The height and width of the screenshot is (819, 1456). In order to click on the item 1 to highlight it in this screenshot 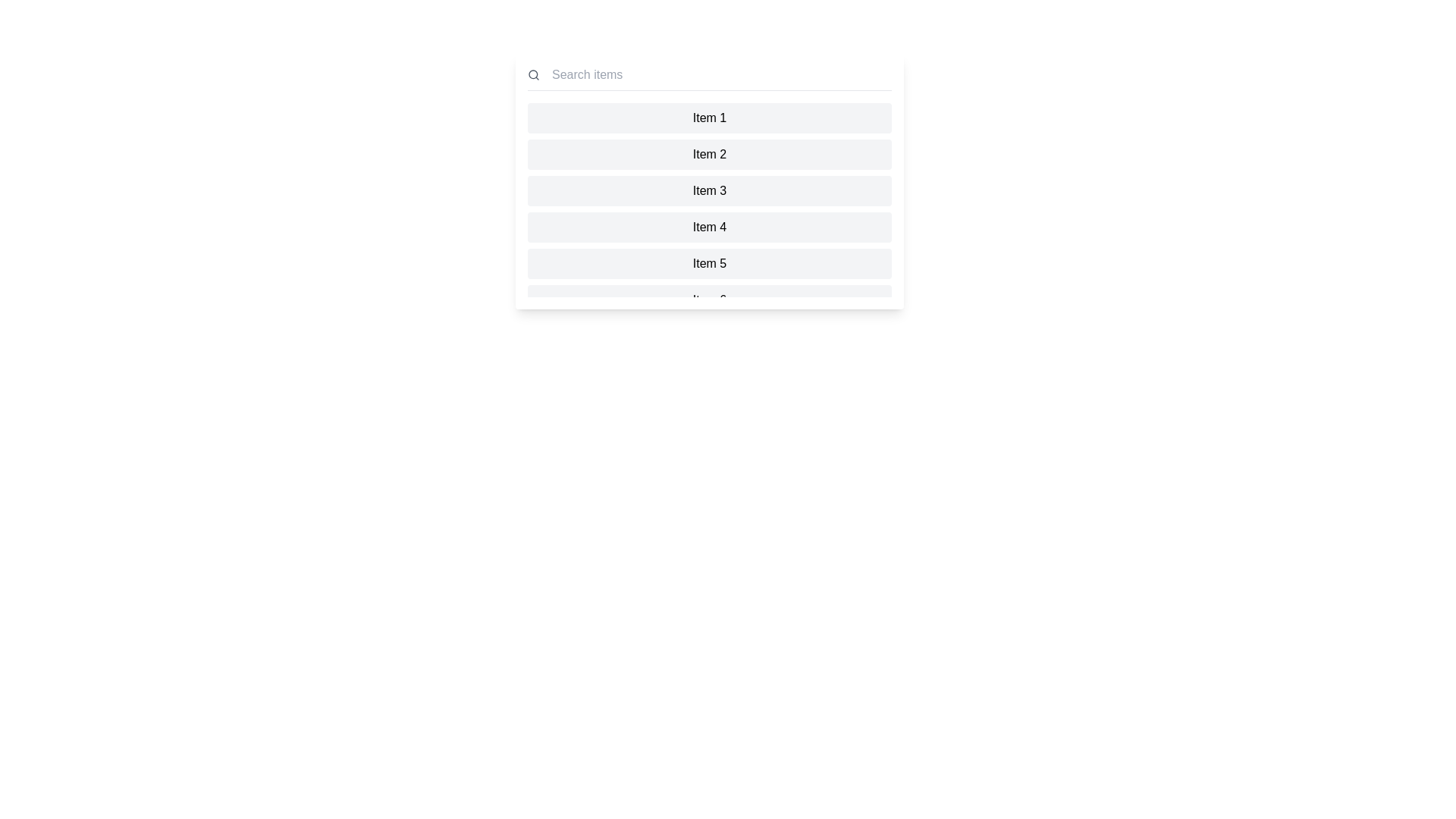, I will do `click(709, 117)`.